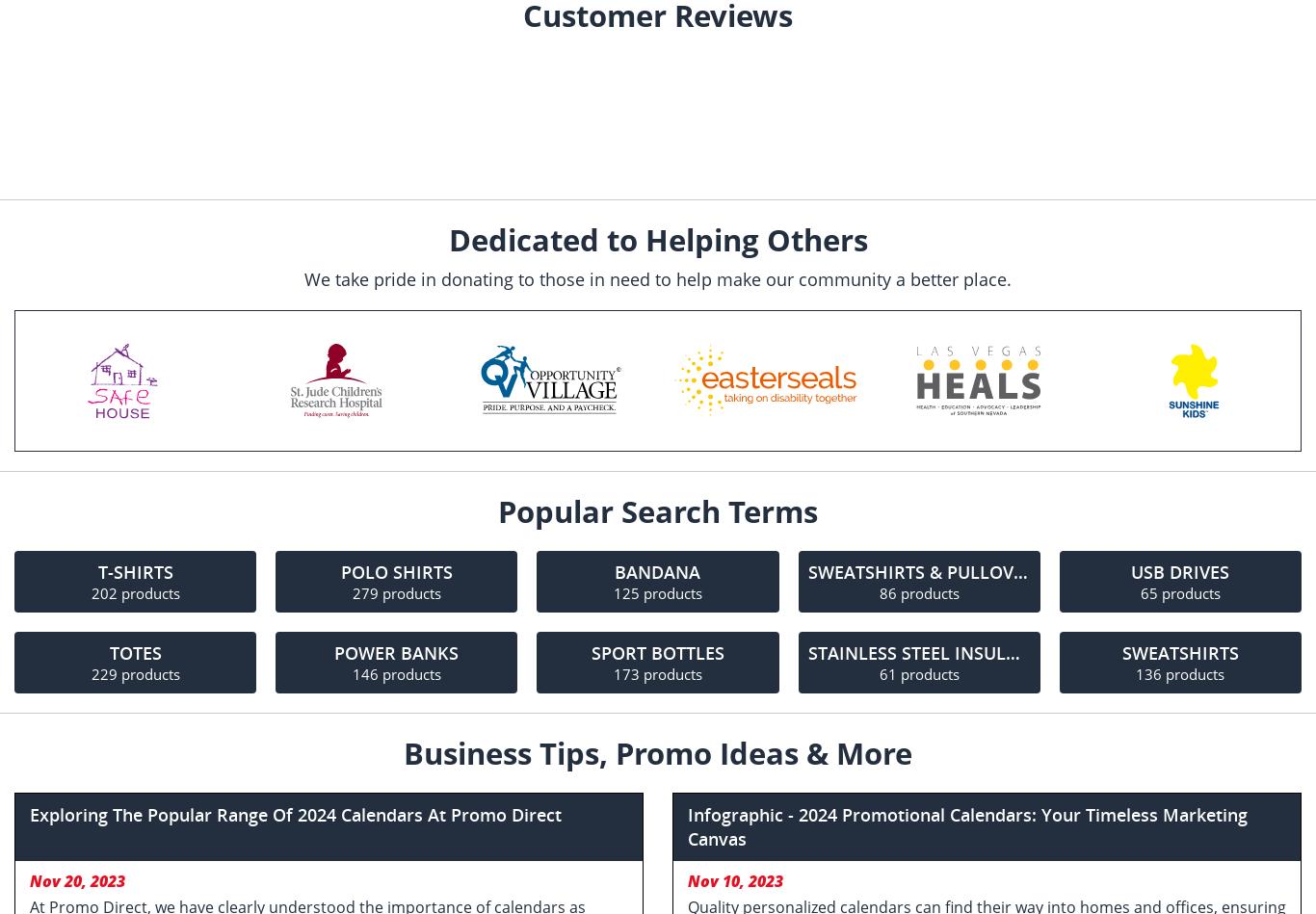 This screenshot has height=914, width=1316. I want to click on 'Nov 20, 2023', so click(77, 880).